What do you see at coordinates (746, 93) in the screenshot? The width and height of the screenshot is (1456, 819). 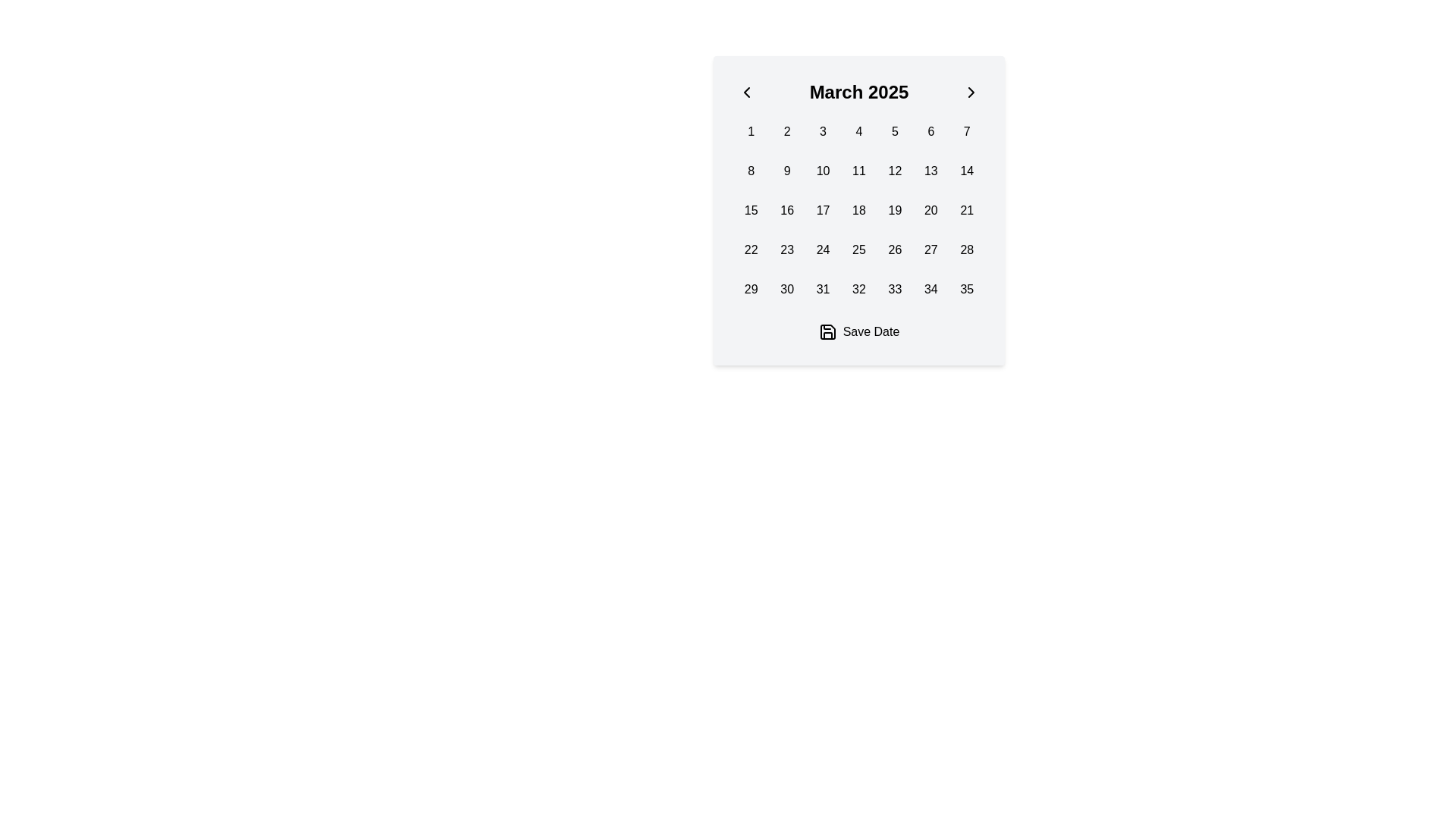 I see `the left chevron icon in the SVG element` at bounding box center [746, 93].